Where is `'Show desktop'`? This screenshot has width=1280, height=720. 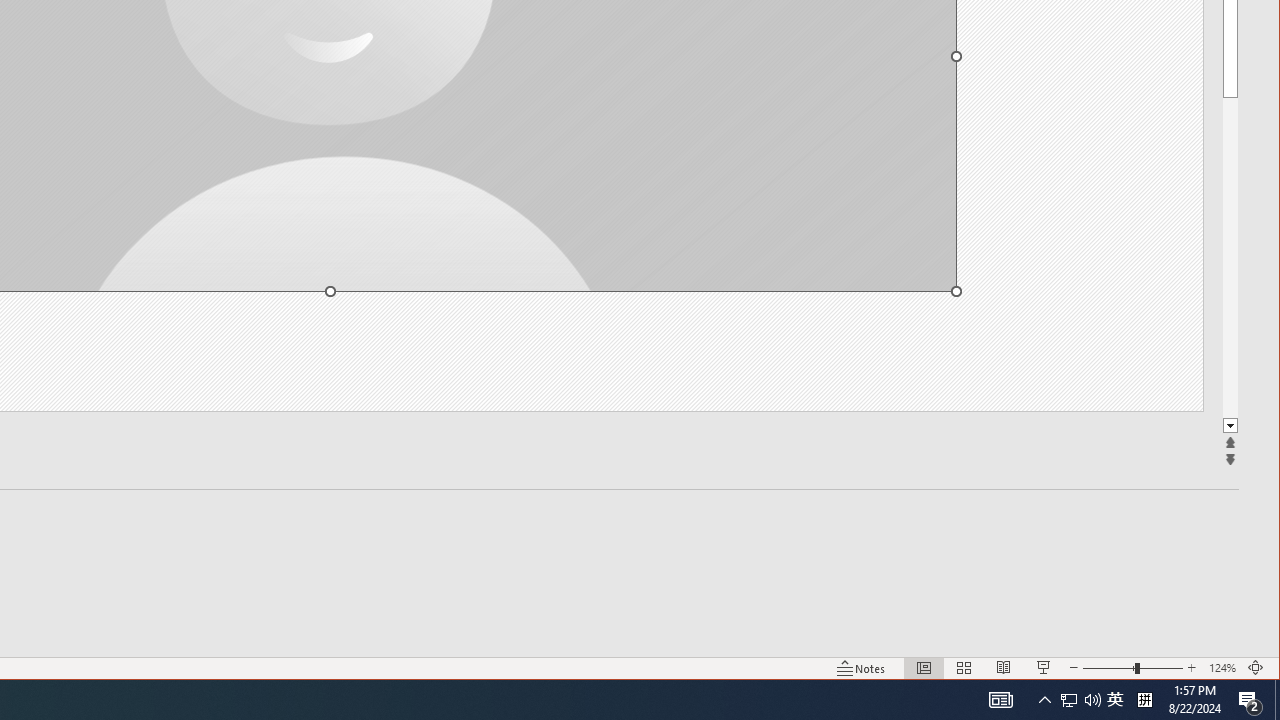
'Show desktop' is located at coordinates (1276, 698).